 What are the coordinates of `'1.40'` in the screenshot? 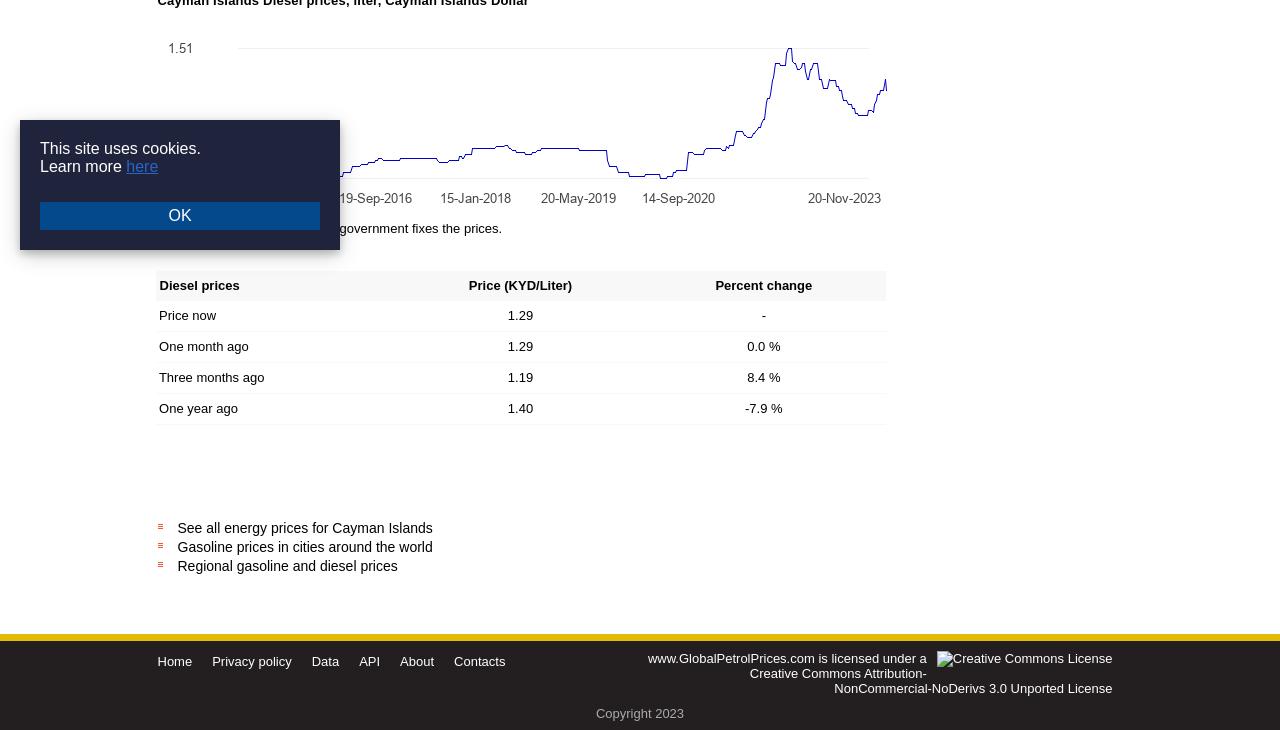 It's located at (519, 407).